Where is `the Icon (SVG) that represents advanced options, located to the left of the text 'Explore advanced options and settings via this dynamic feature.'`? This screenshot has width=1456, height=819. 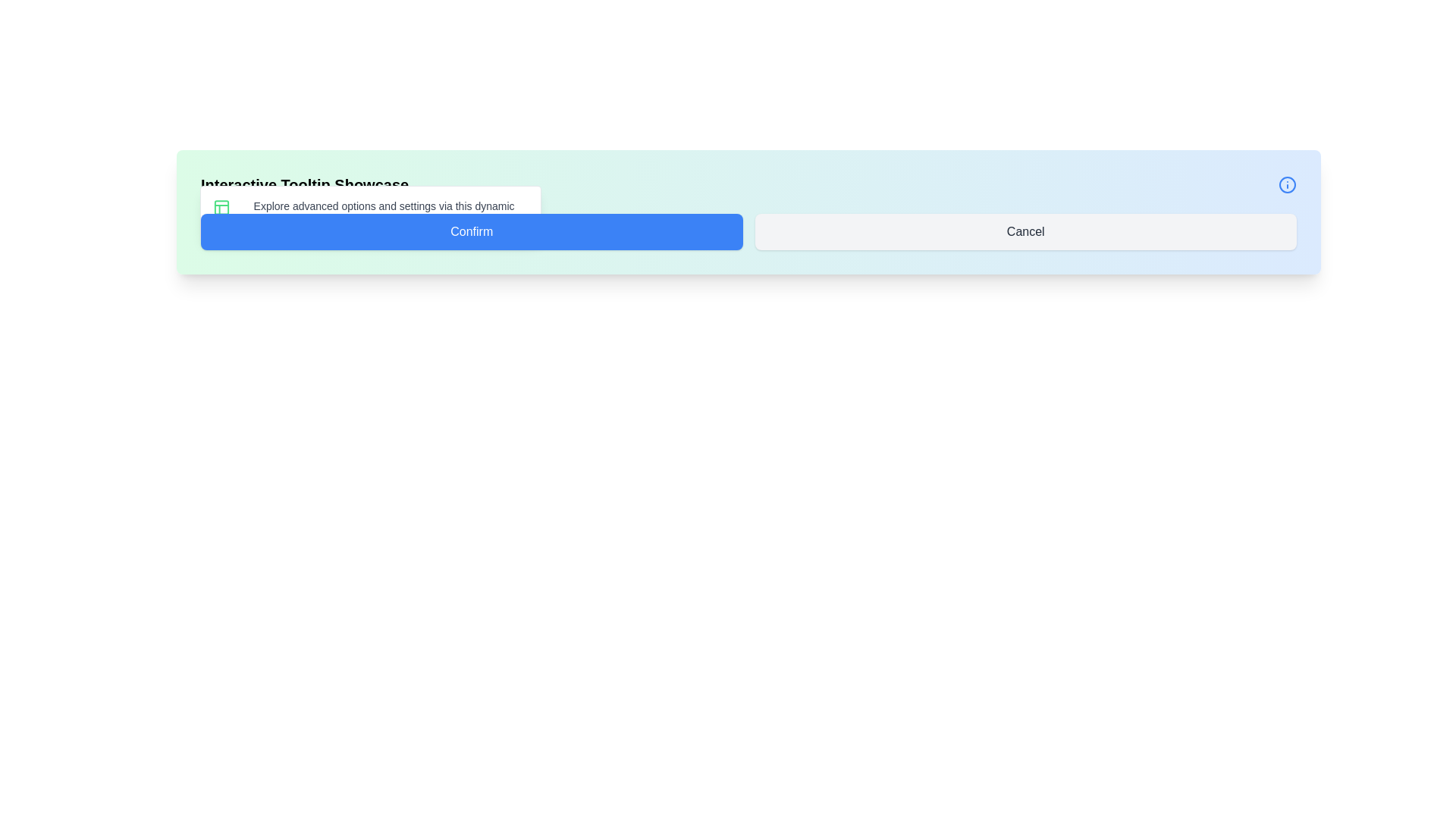 the Icon (SVG) that represents advanced options, located to the left of the text 'Explore advanced options and settings via this dynamic feature.' is located at coordinates (221, 207).